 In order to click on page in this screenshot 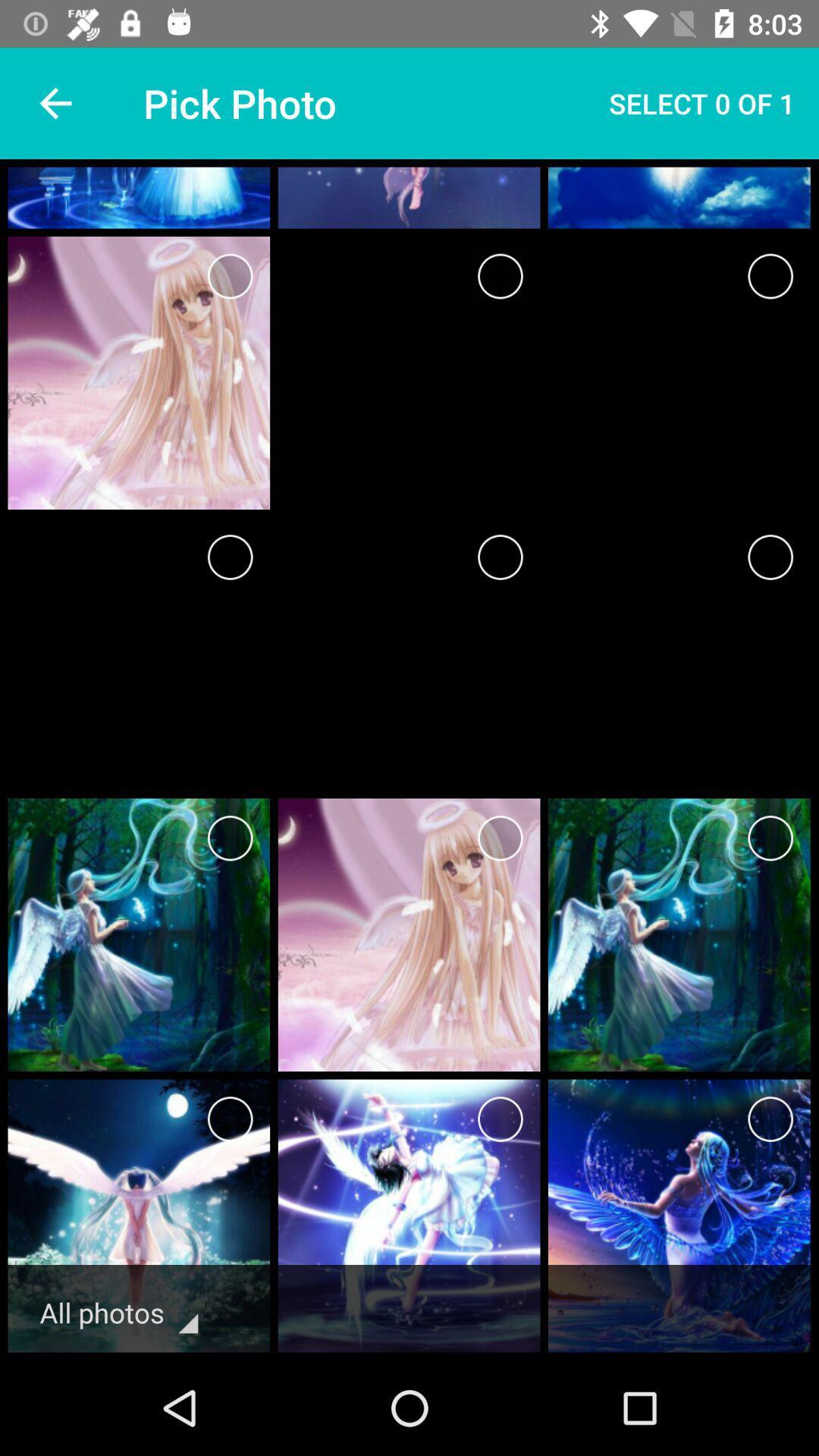, I will do `click(230, 556)`.